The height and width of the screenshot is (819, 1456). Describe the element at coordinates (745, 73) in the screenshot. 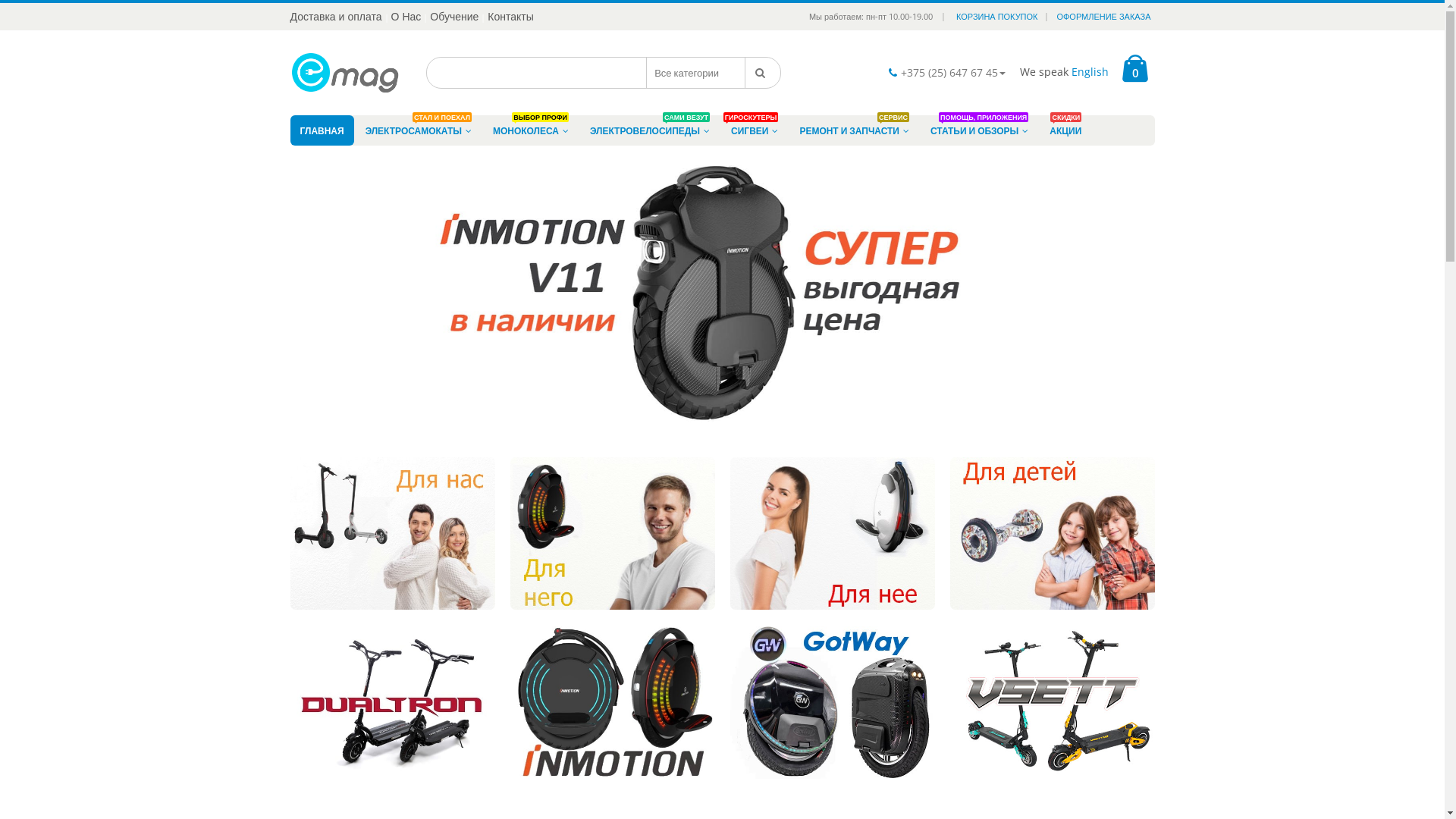

I see `'Search'` at that location.